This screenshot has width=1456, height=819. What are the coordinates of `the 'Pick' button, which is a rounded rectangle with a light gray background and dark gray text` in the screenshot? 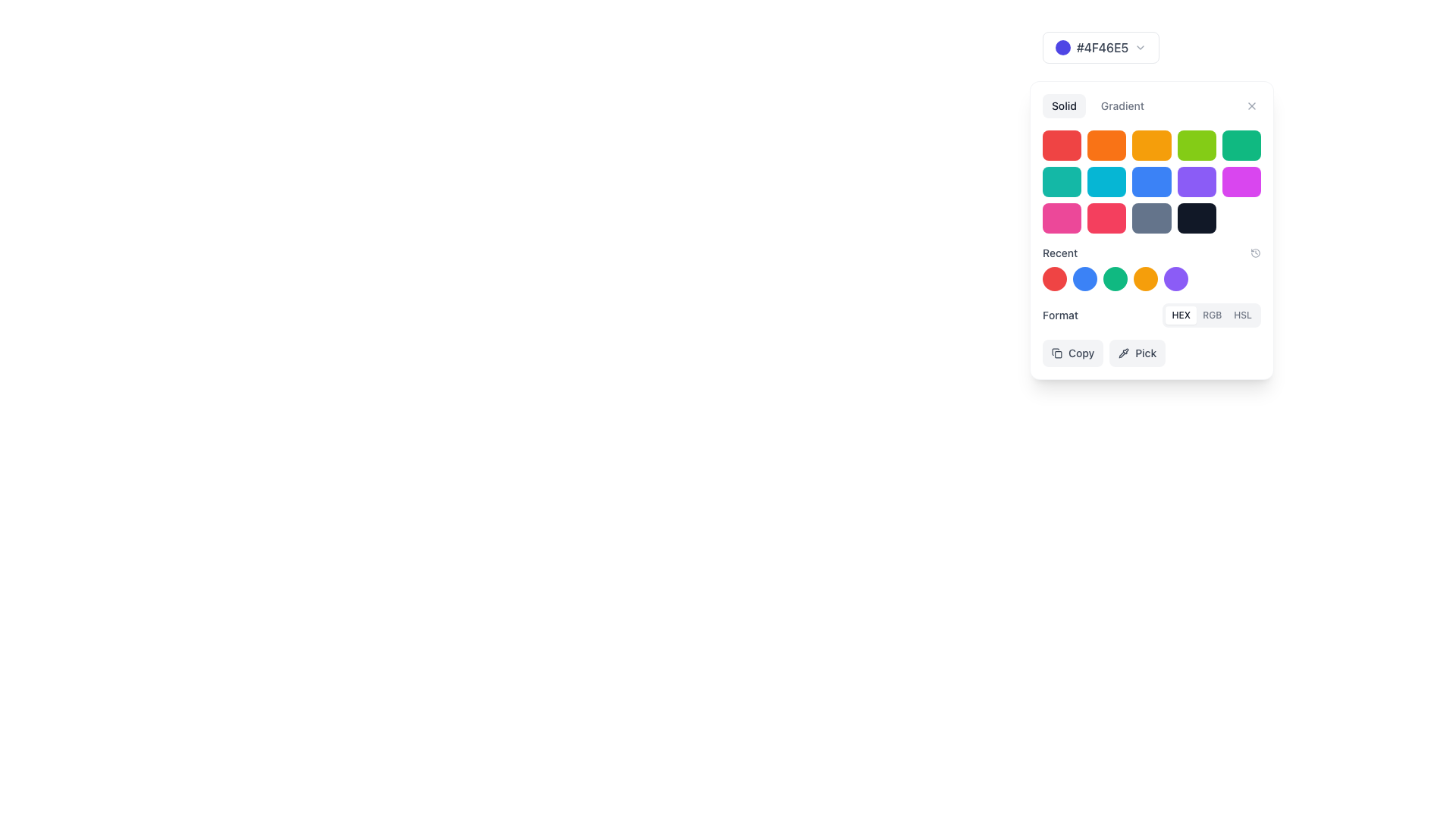 It's located at (1137, 353).